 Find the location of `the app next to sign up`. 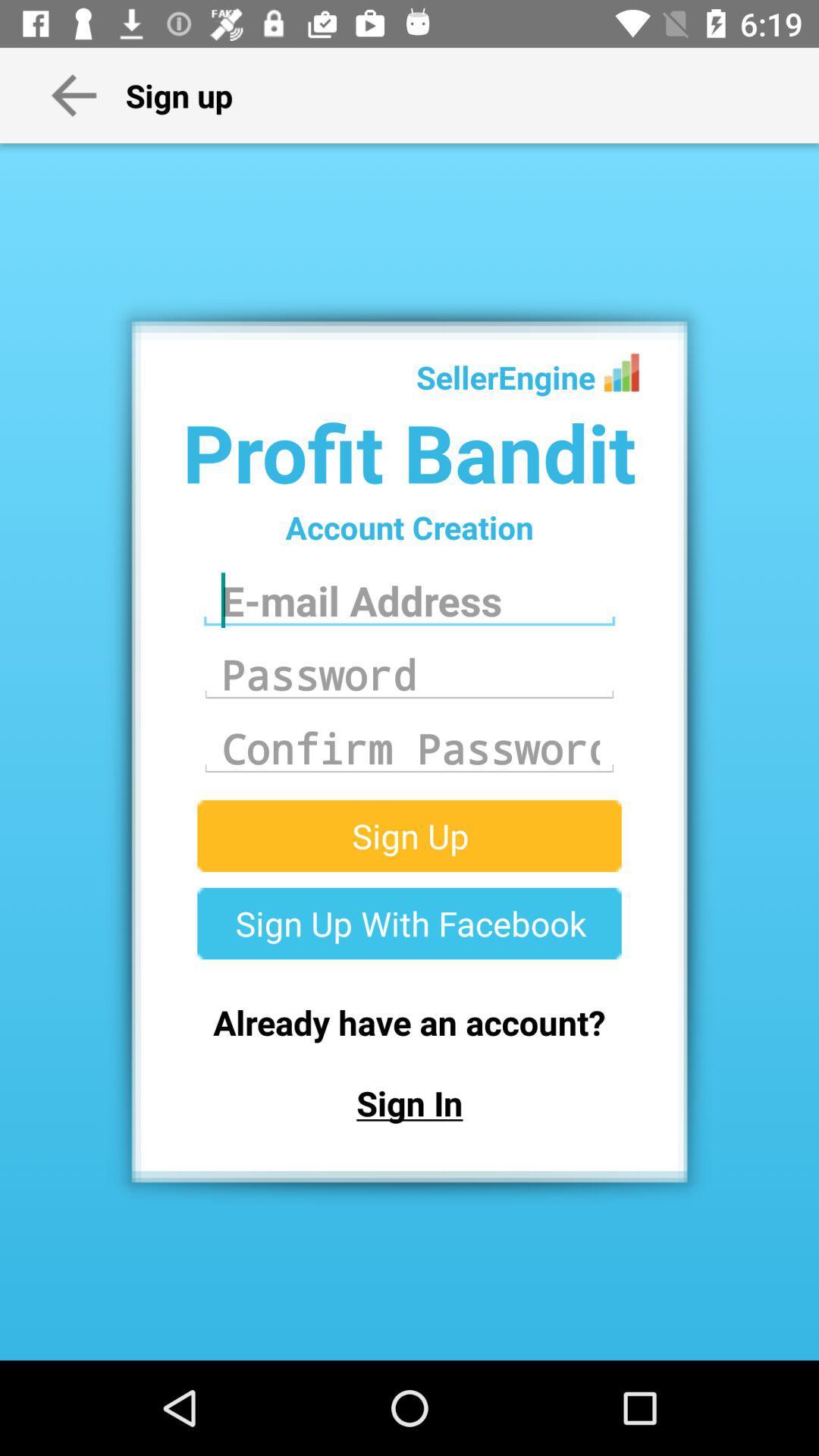

the app next to sign up is located at coordinates (74, 94).